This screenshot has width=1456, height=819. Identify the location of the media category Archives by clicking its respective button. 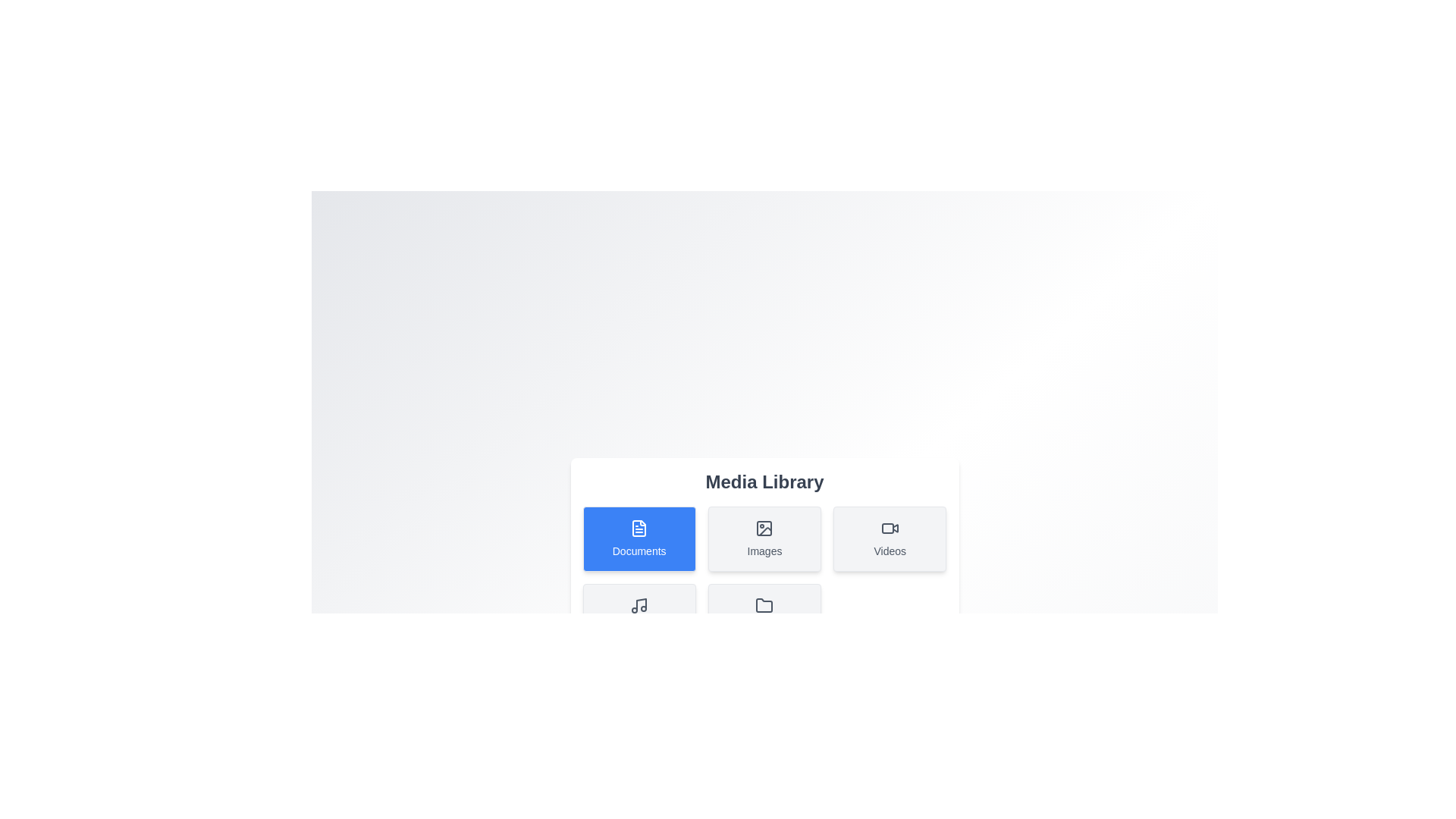
(764, 617).